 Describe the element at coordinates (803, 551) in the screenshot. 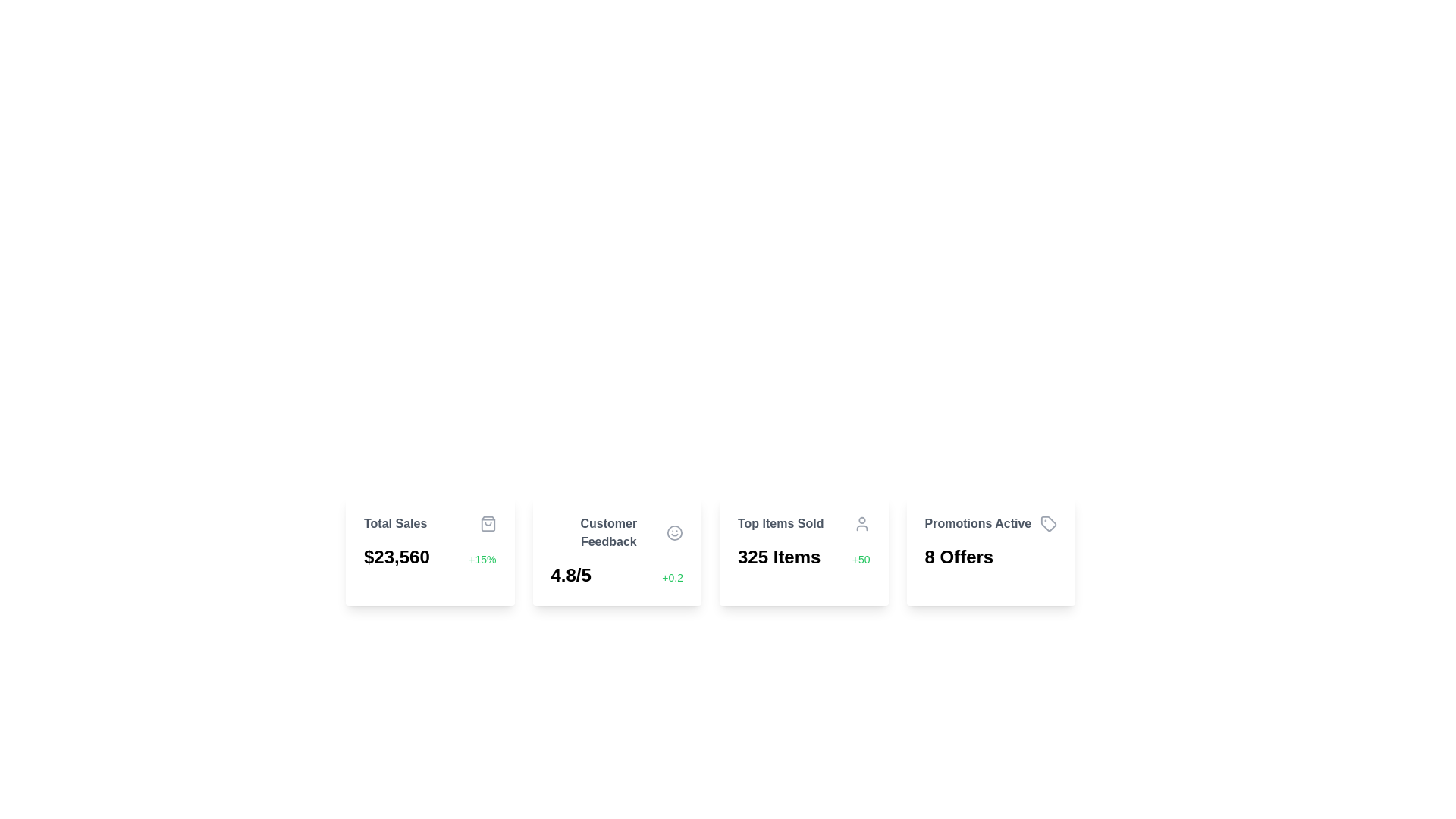

I see `the 'Top Items Sold' card, which is the third card in a grid layout` at that location.